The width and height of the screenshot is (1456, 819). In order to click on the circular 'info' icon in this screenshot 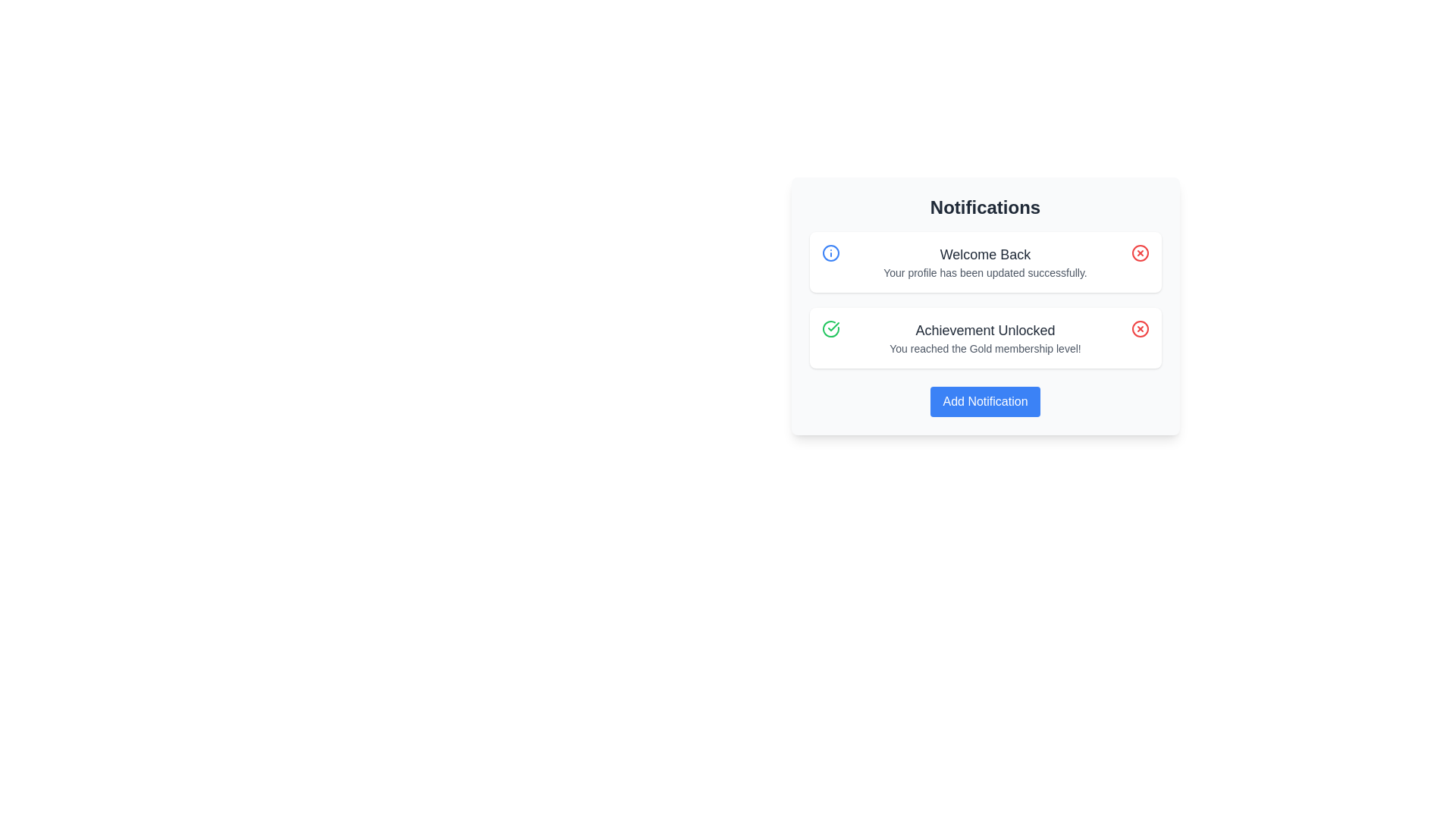, I will do `click(830, 253)`.